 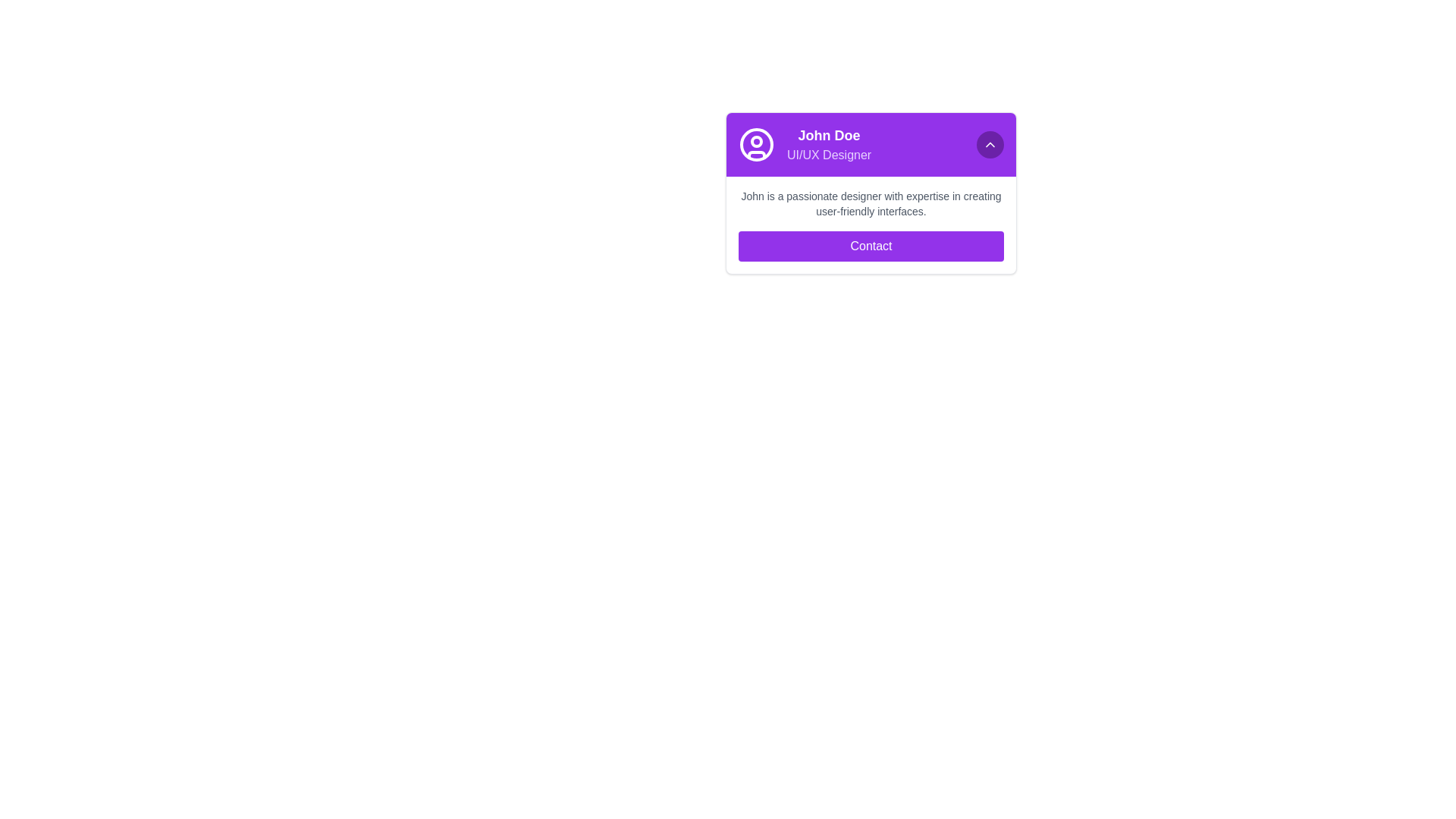 What do you see at coordinates (871, 245) in the screenshot?
I see `the button located directly below the text 'John is a passionate designer with expertise in creating user-friendly interfaces.'` at bounding box center [871, 245].